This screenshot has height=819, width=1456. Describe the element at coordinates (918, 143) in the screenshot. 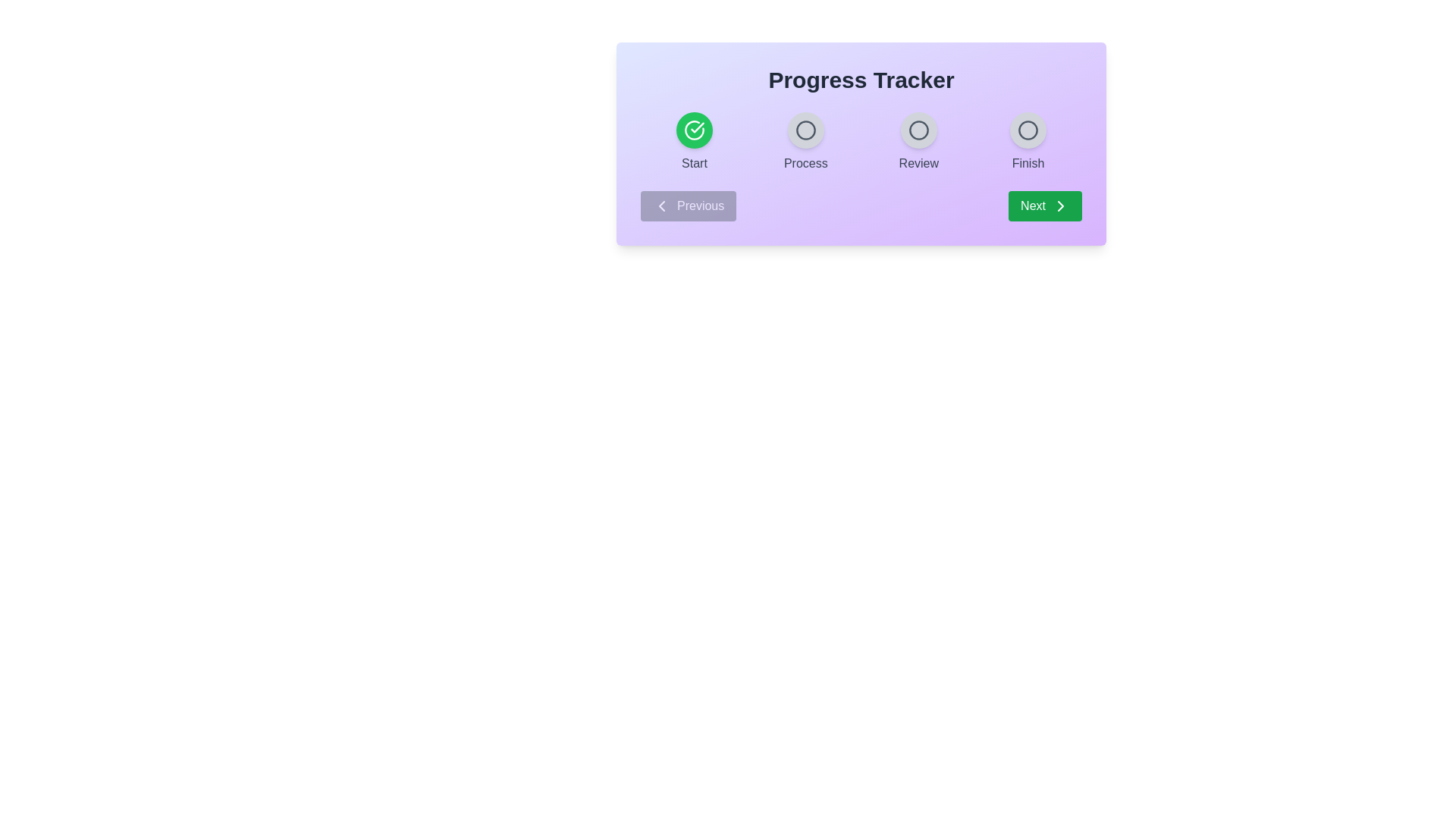

I see `the center of the progress step indicator labeled 'Review', which is the third element in the 'Progress Tracker' series` at that location.